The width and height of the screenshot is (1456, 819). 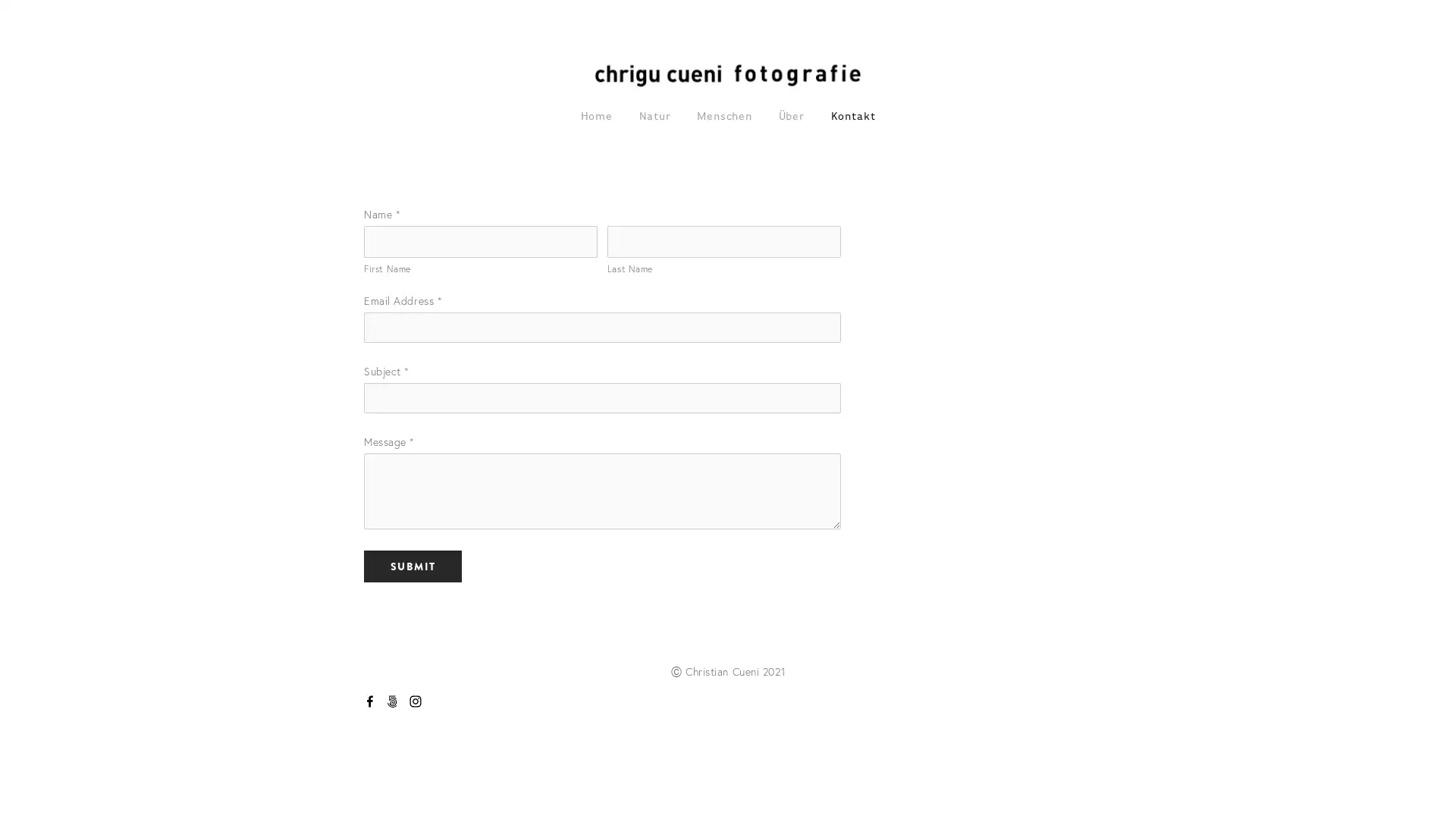 What do you see at coordinates (413, 566) in the screenshot?
I see `Submit` at bounding box center [413, 566].